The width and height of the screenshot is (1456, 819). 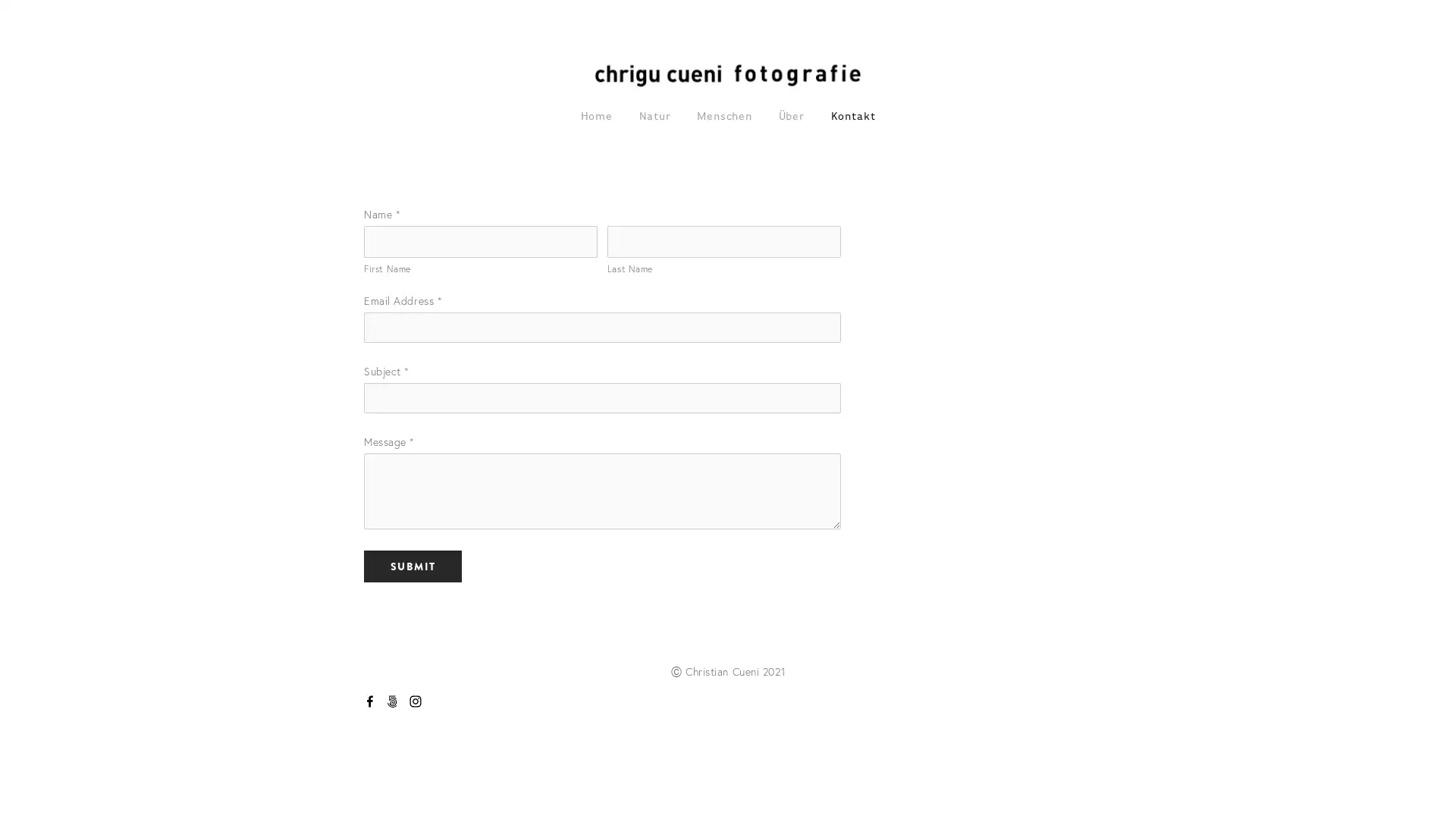 What do you see at coordinates (413, 566) in the screenshot?
I see `Submit` at bounding box center [413, 566].